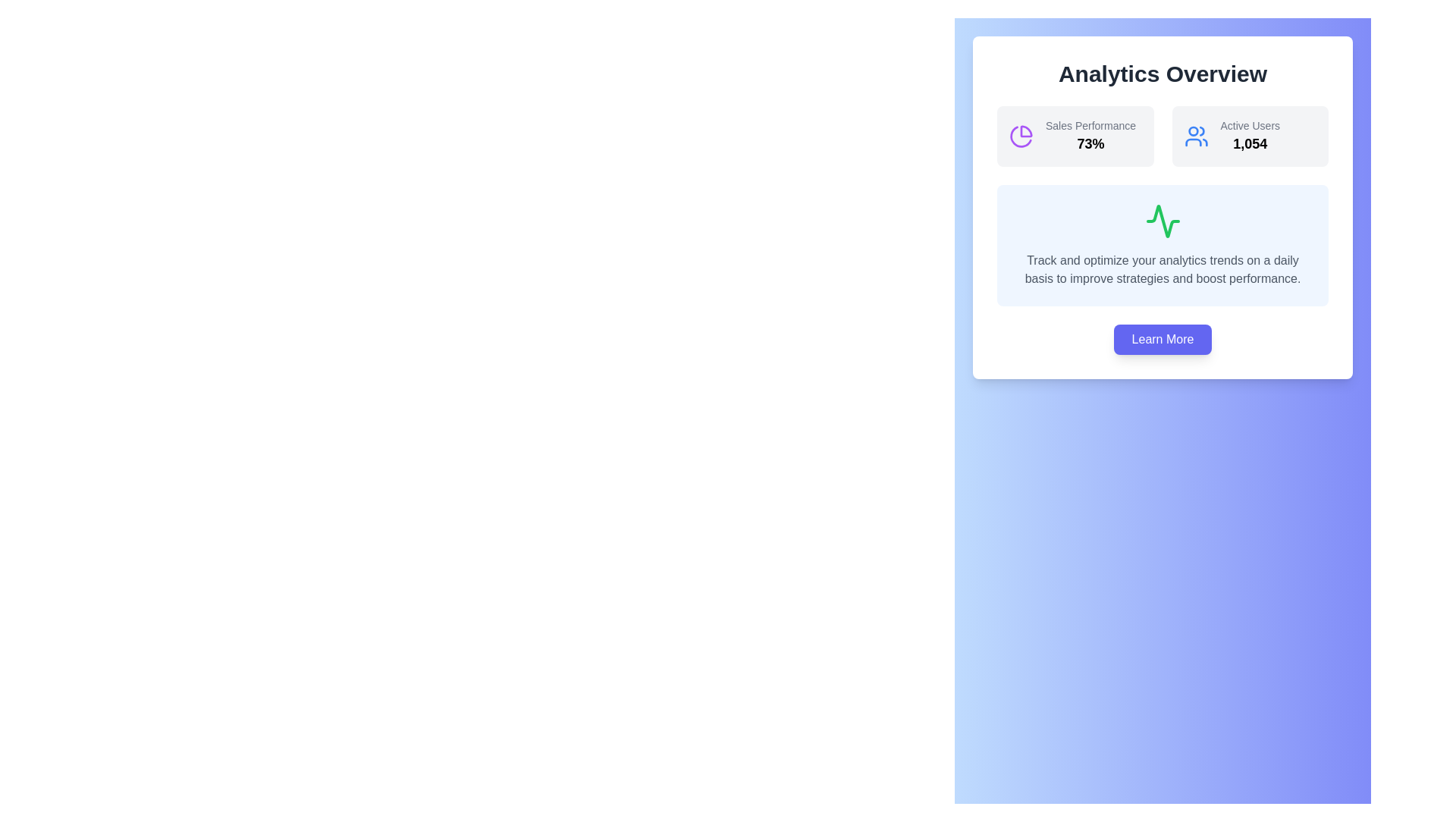  What do you see at coordinates (1090, 143) in the screenshot?
I see `the non-interactive Text label that displays the sales performance percentage (73%) located to the right of the 'Sales Performance' label in the 'Analytics Overview' panel` at bounding box center [1090, 143].